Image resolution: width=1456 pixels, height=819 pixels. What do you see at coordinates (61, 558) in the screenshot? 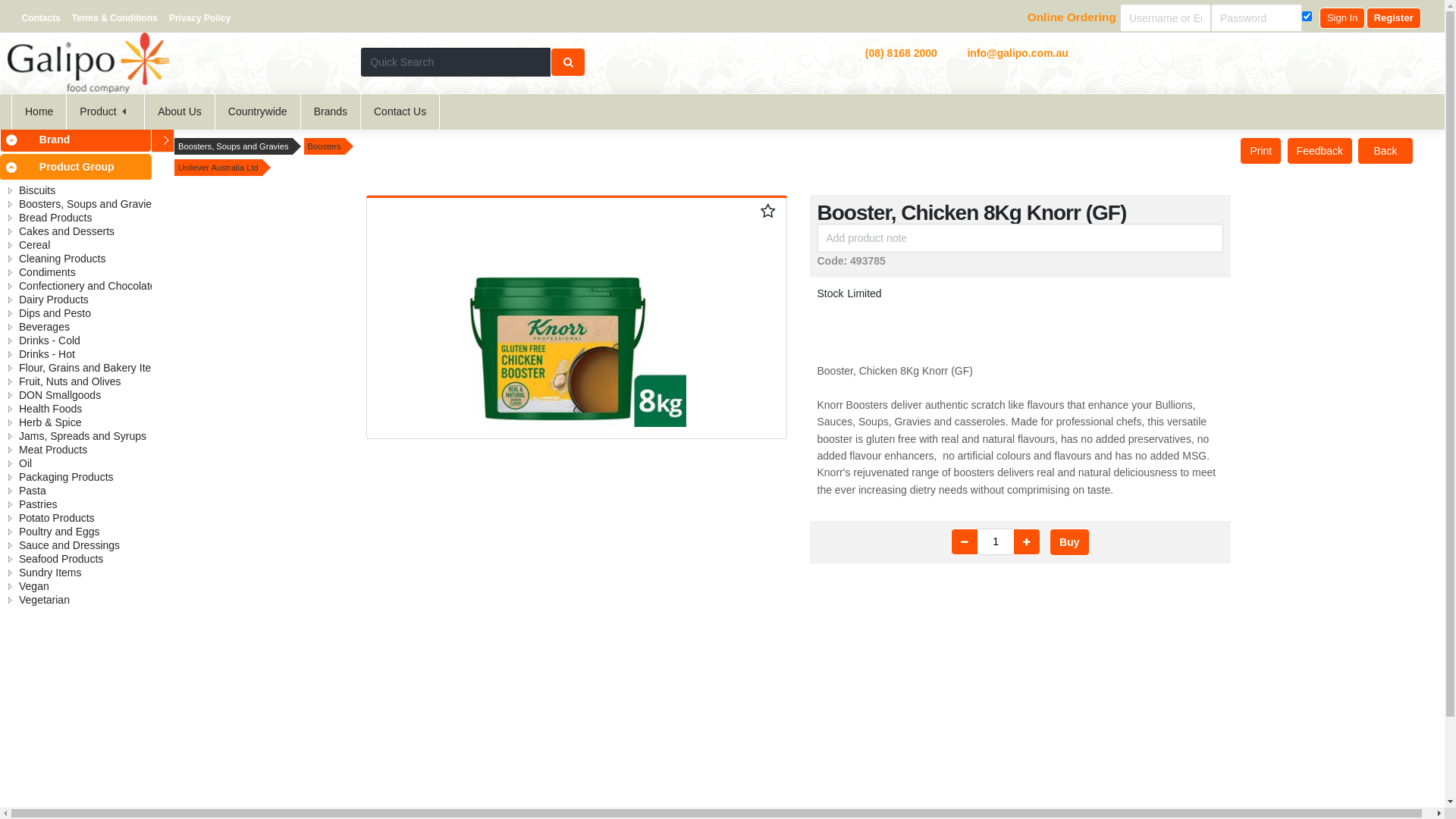
I see `'Seafood Products'` at bounding box center [61, 558].